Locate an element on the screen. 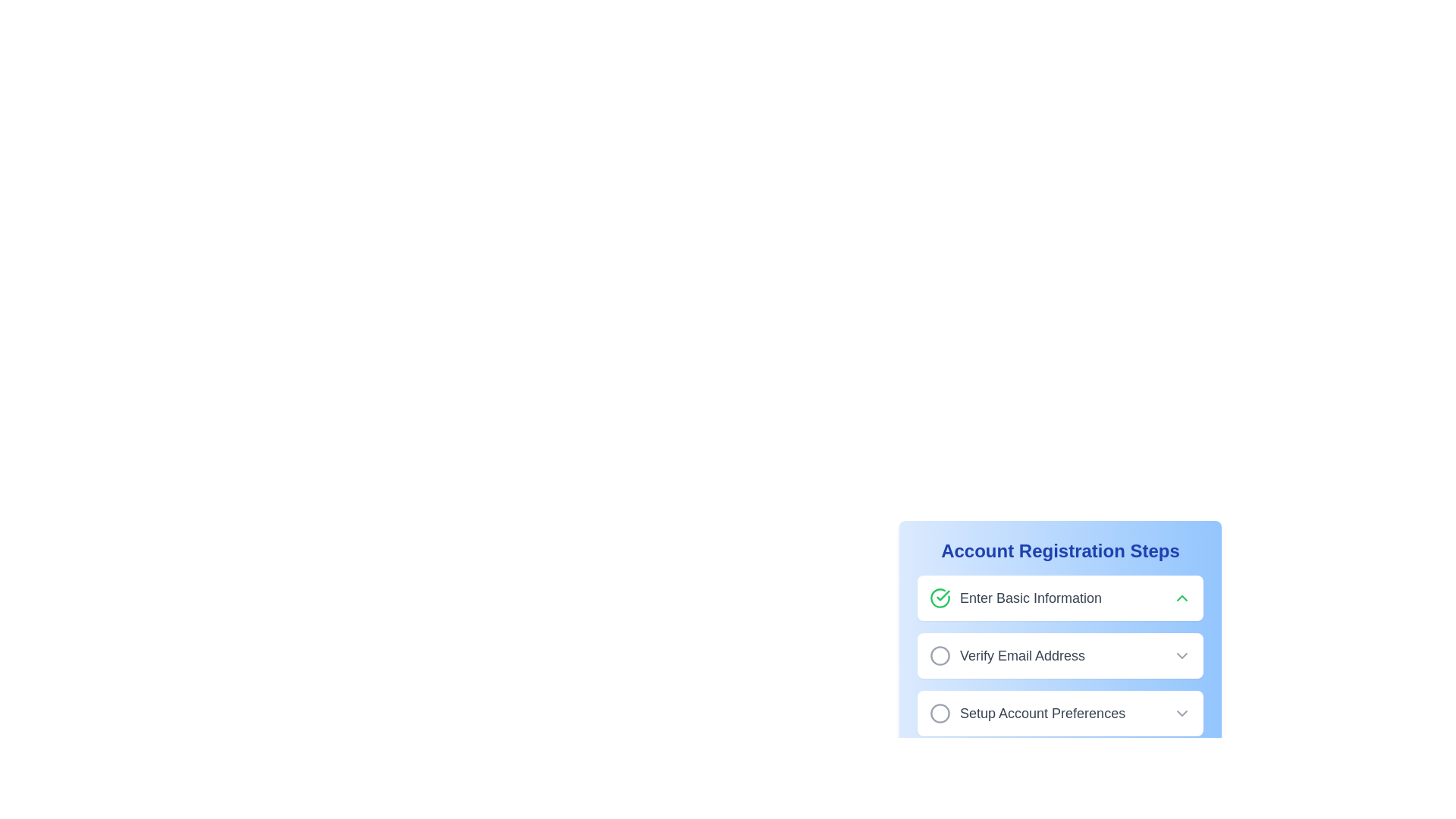  the Static Text Label indicating 'Enter Basic Information' in the registration process, which is positioned to the right of a green checkmark icon is located at coordinates (1031, 598).